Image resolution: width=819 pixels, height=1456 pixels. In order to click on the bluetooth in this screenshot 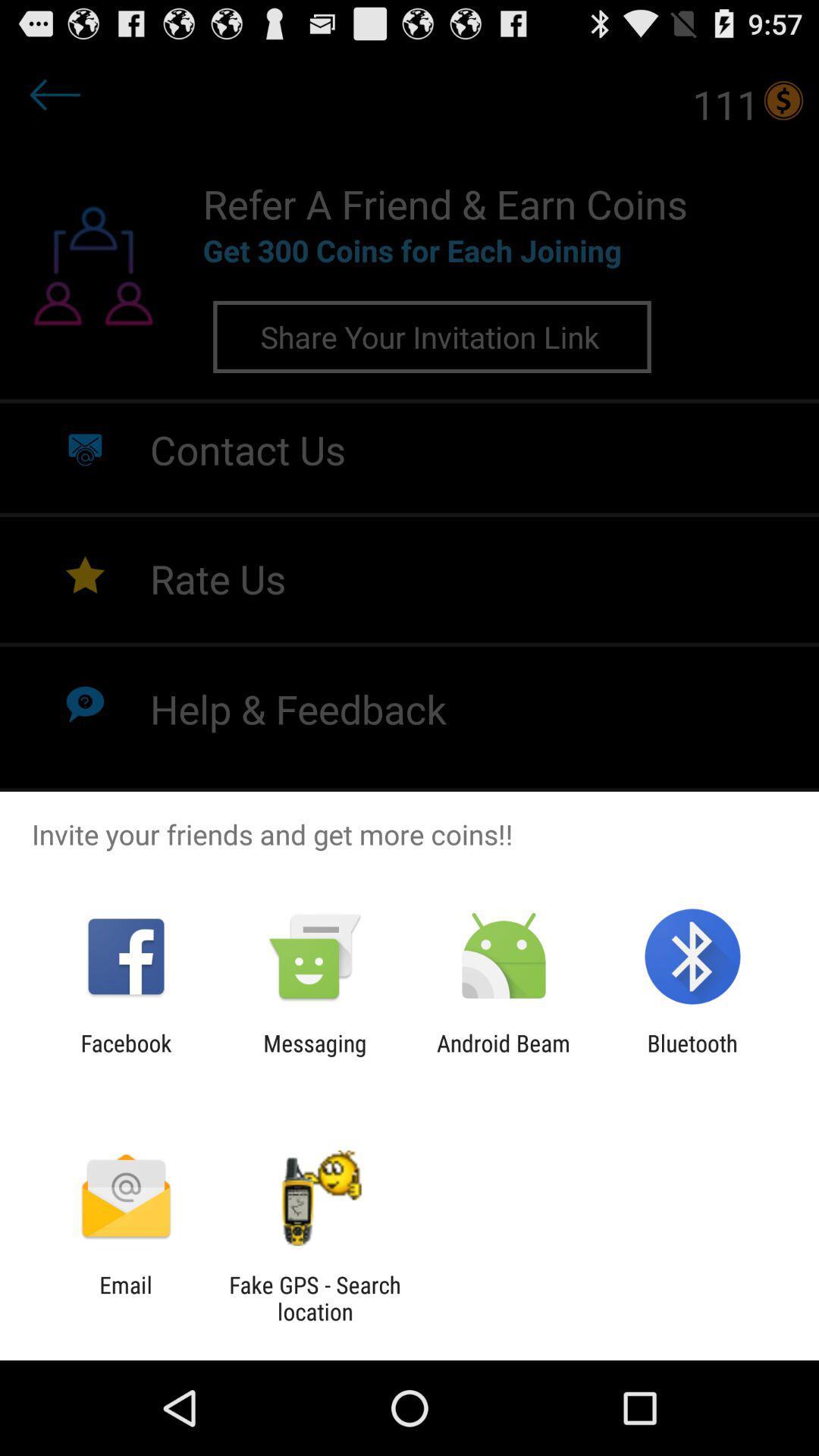, I will do `click(692, 1056)`.